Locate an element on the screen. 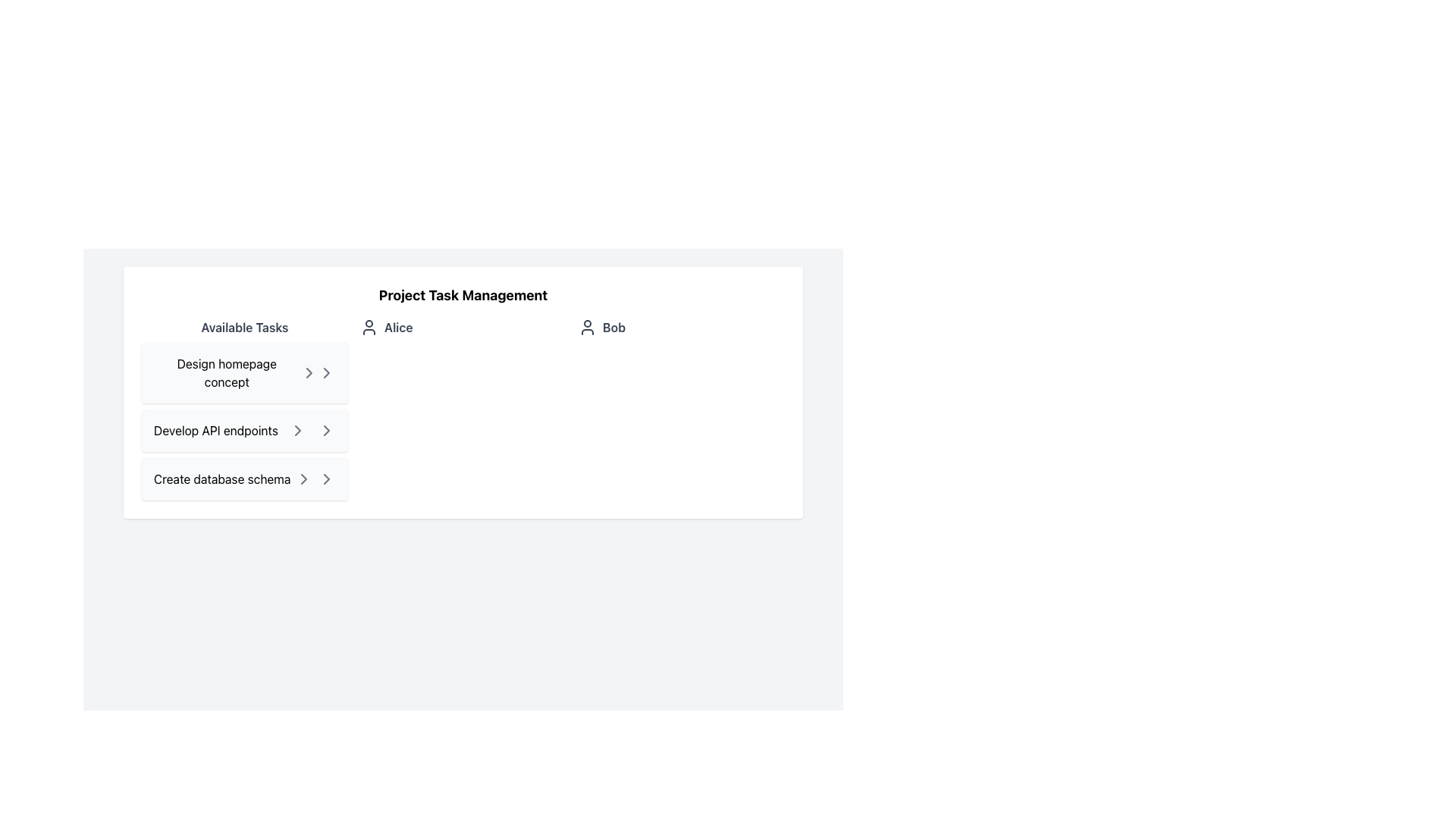 The width and height of the screenshot is (1456, 819). the 'Create database schema' text link within the 'Available Tasks' menu is located at coordinates (221, 479).